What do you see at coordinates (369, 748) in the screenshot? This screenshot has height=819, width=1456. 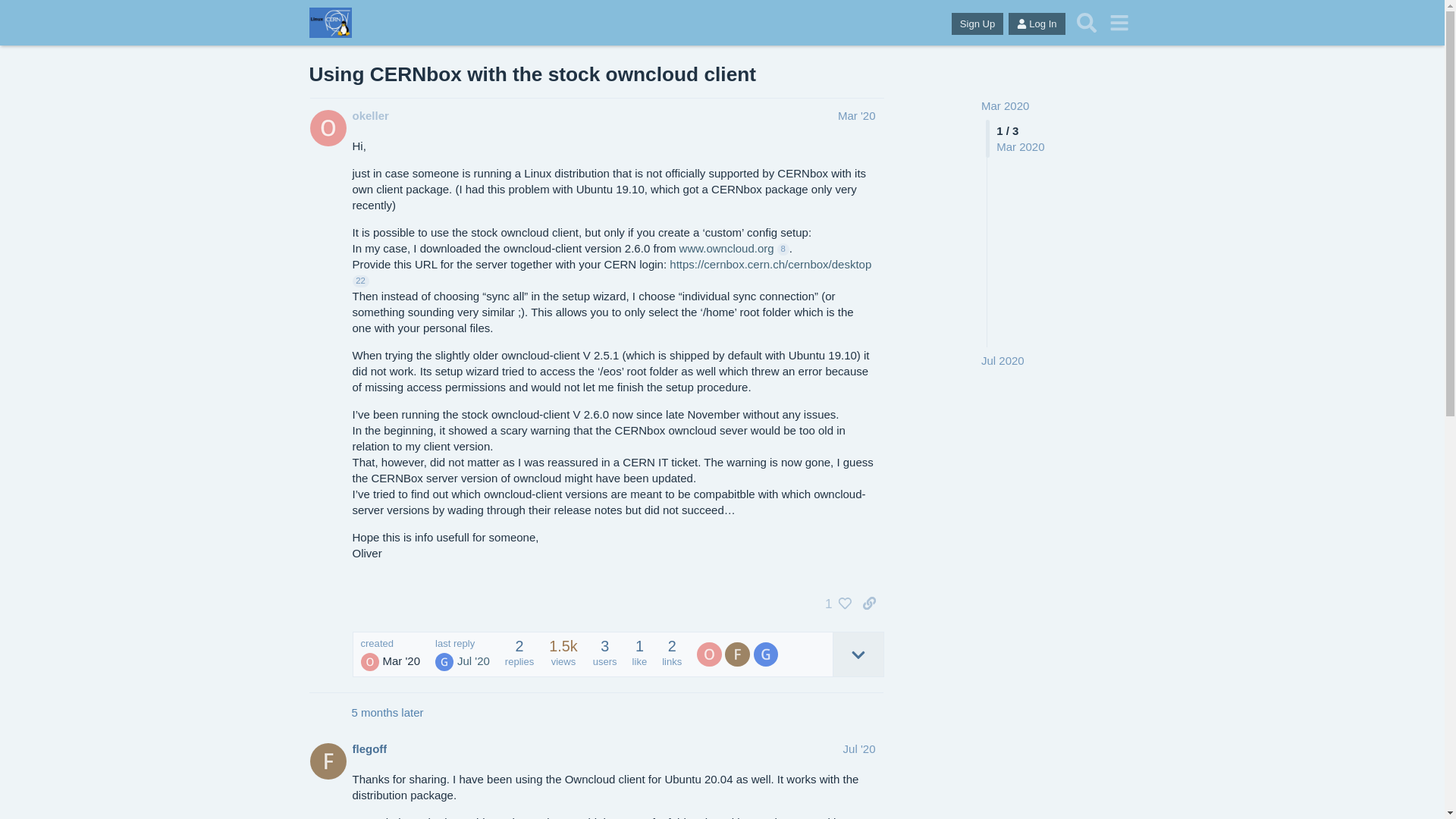 I see `'flegoff'` at bounding box center [369, 748].